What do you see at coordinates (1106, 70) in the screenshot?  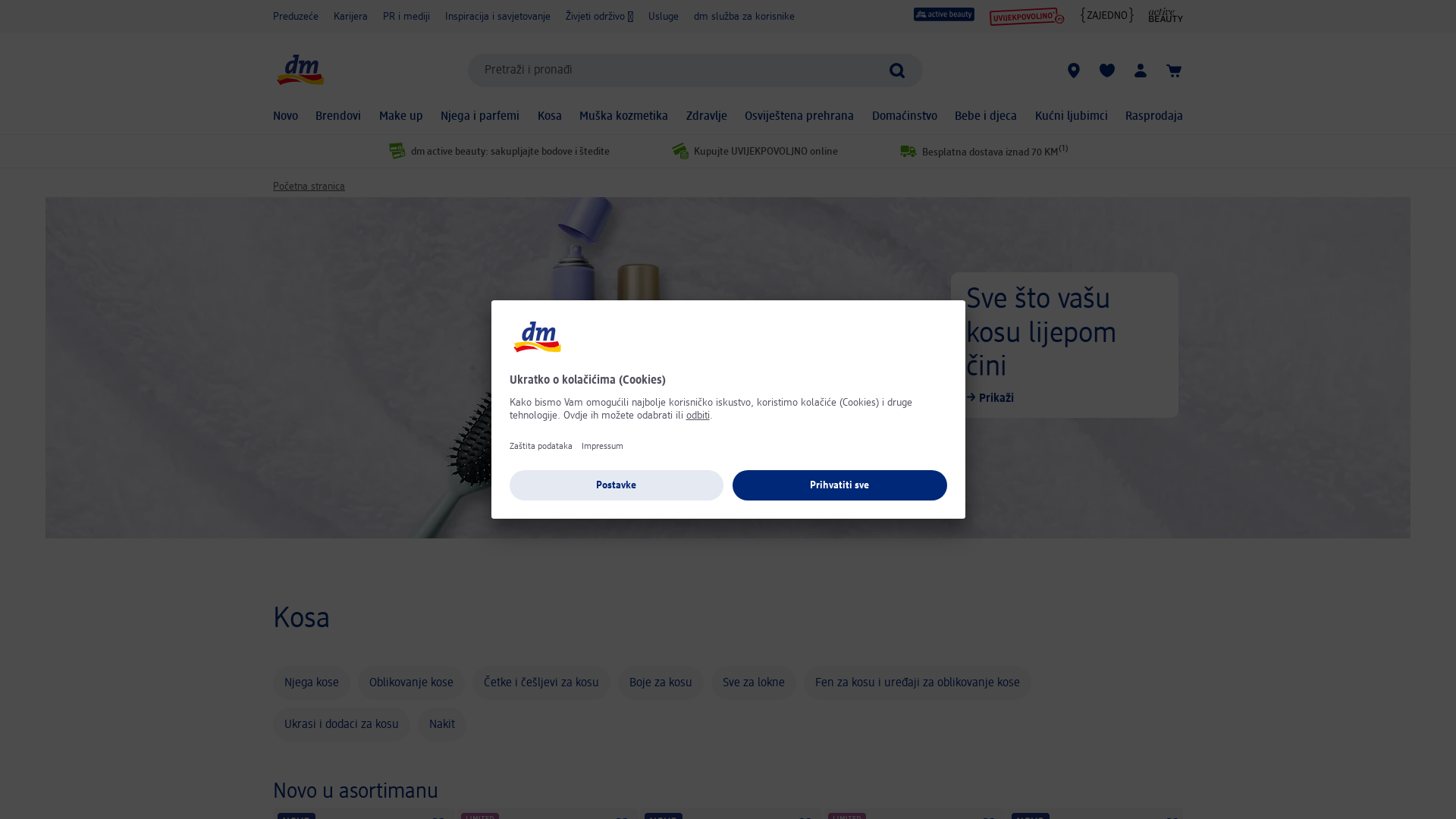 I see `'Moji spremljeni proizvodi & Moji proizvodi'` at bounding box center [1106, 70].